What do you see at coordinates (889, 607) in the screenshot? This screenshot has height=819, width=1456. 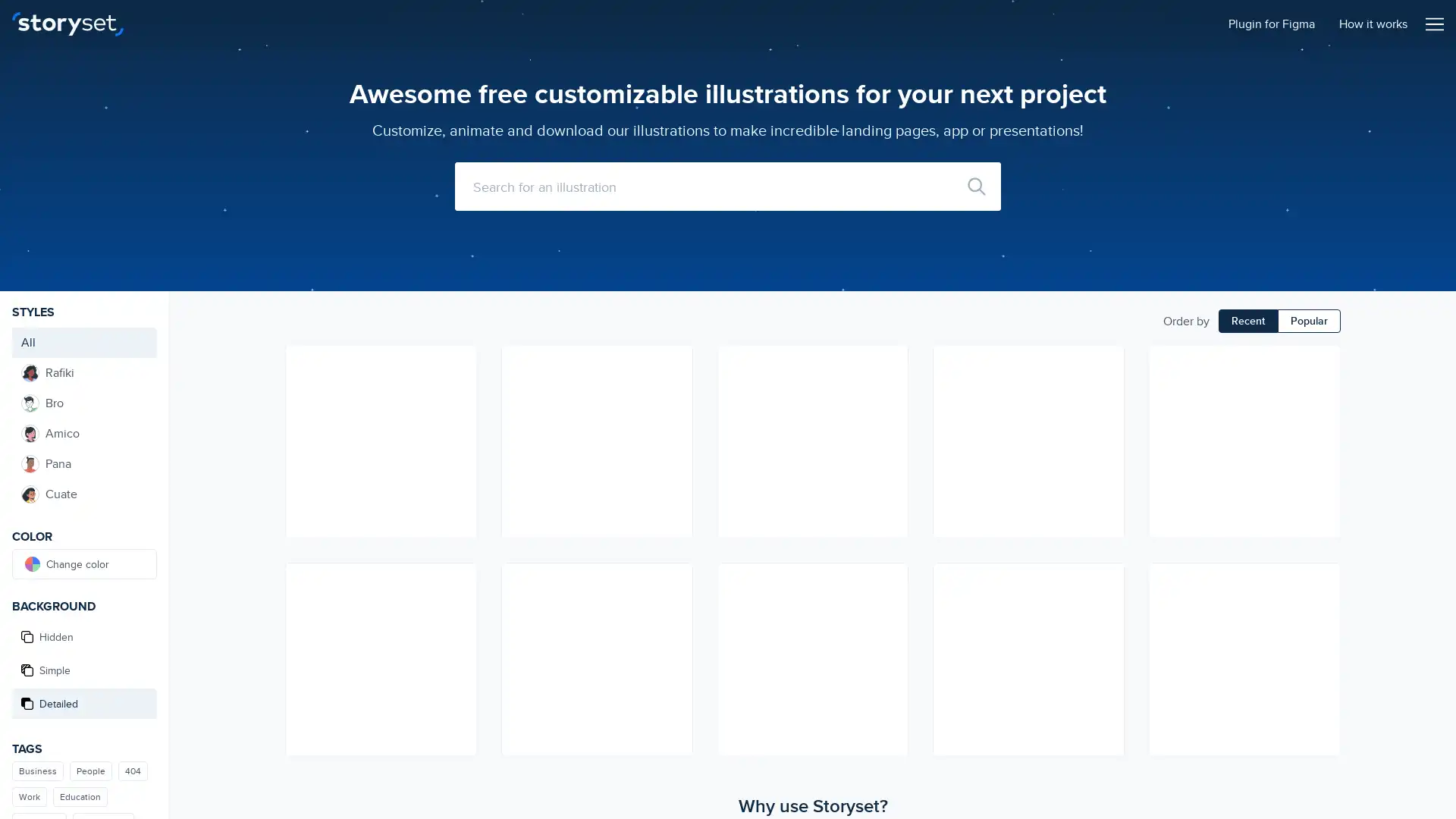 I see `download icon Download` at bounding box center [889, 607].